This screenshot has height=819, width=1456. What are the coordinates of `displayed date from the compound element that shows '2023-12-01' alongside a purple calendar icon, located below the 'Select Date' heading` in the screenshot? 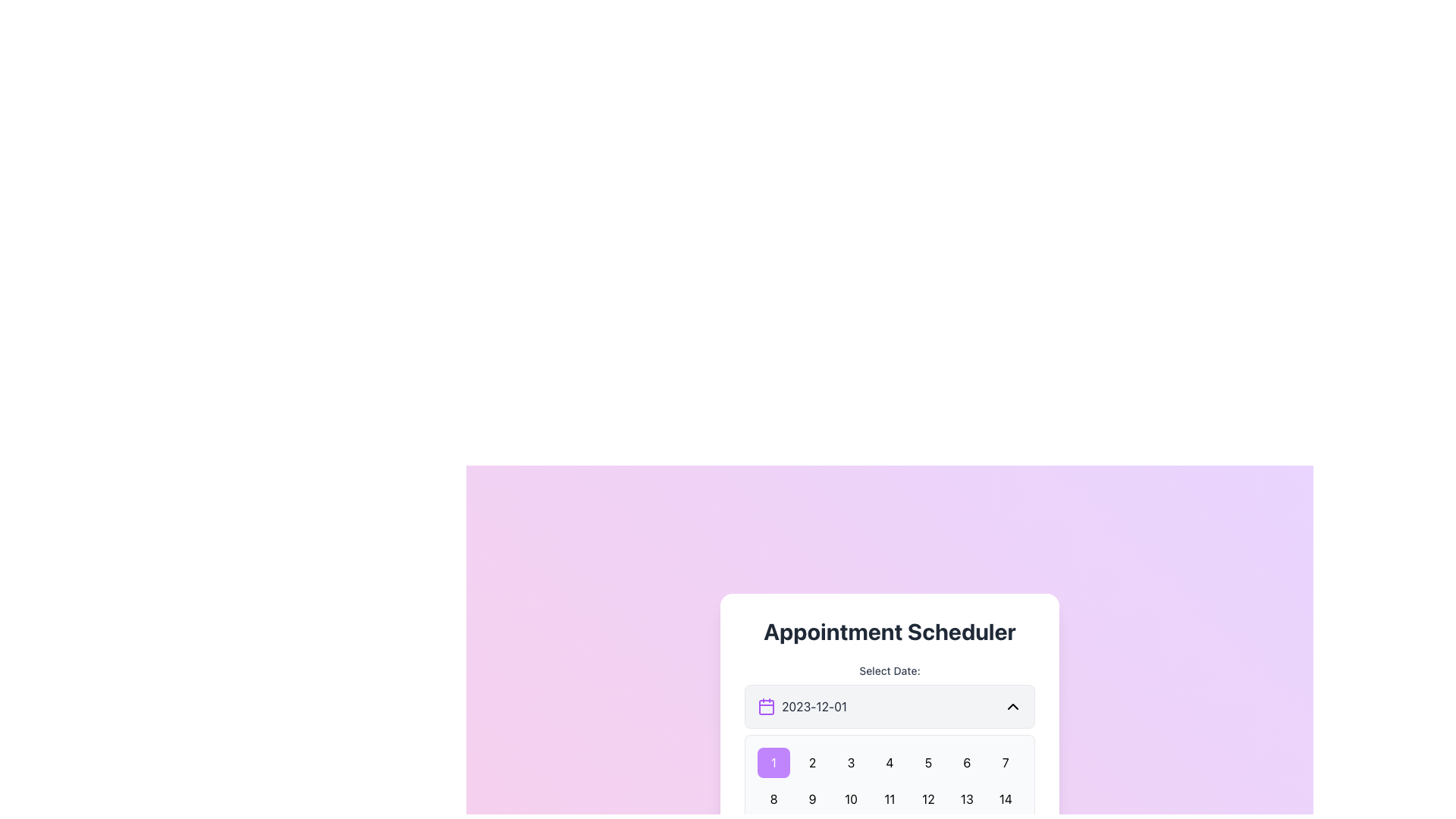 It's located at (802, 707).